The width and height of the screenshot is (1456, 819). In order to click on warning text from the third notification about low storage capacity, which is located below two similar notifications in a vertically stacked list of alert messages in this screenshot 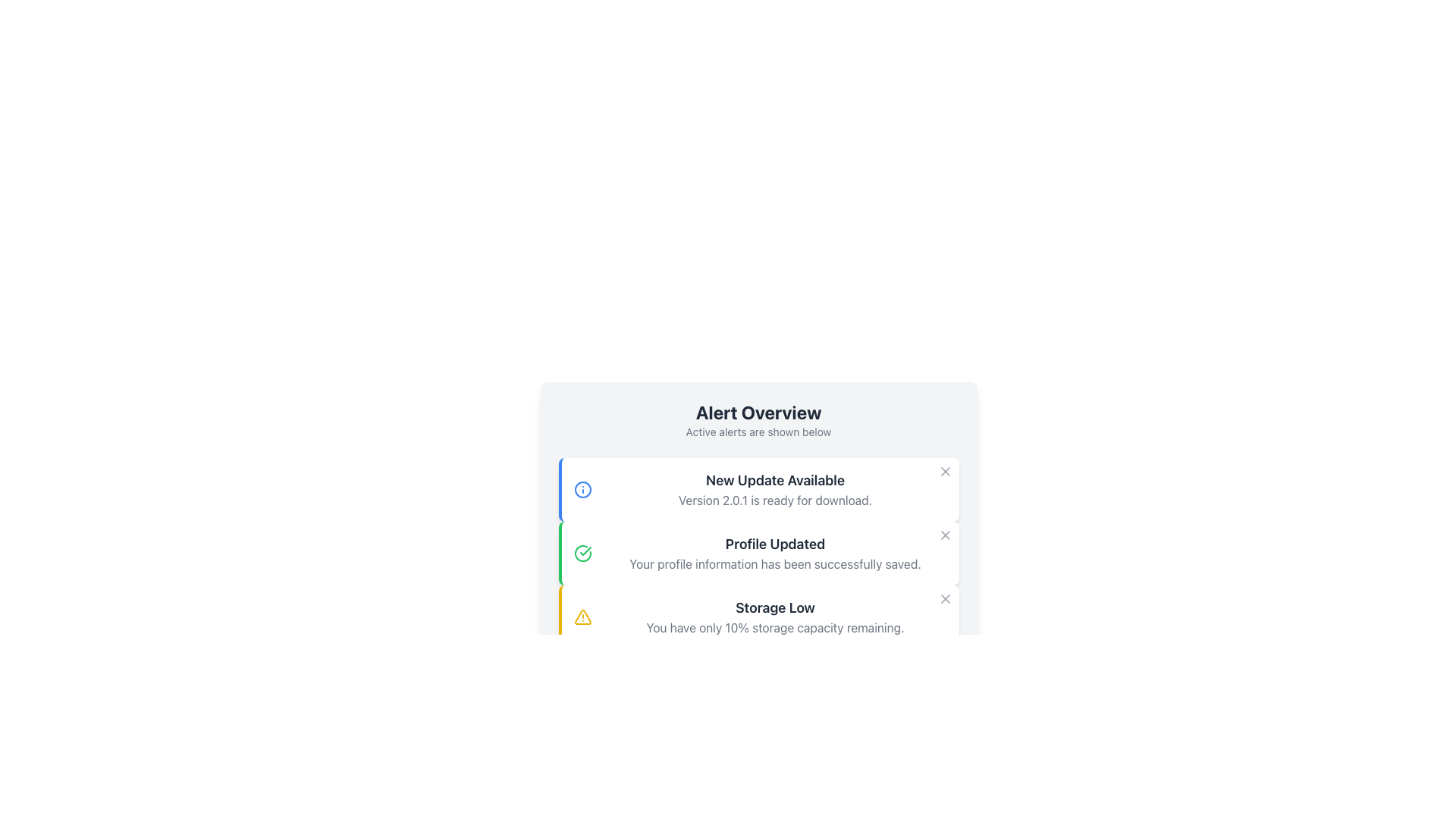, I will do `click(775, 617)`.